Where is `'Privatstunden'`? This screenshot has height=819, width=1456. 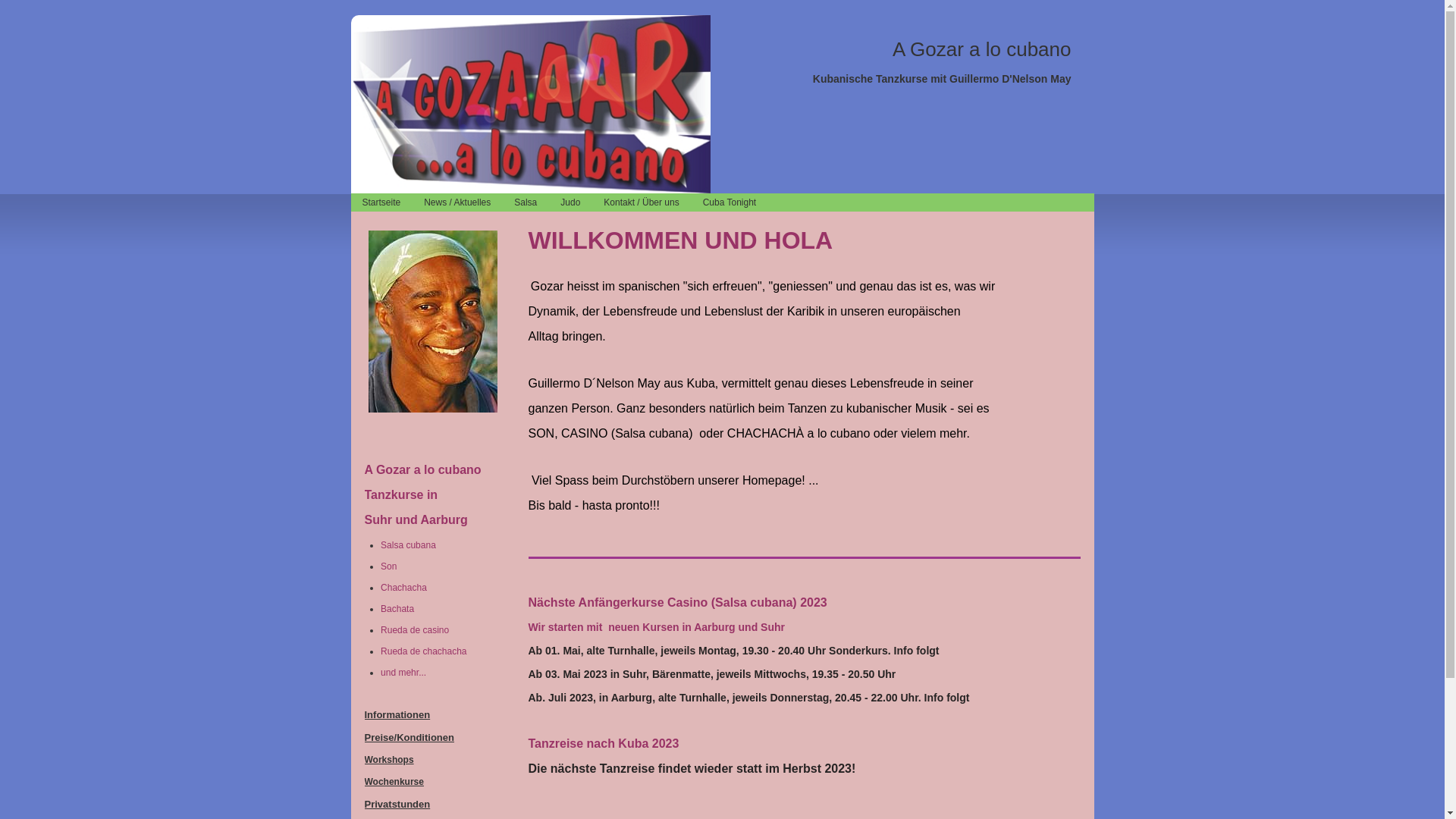
'Privatstunden' is located at coordinates (397, 803).